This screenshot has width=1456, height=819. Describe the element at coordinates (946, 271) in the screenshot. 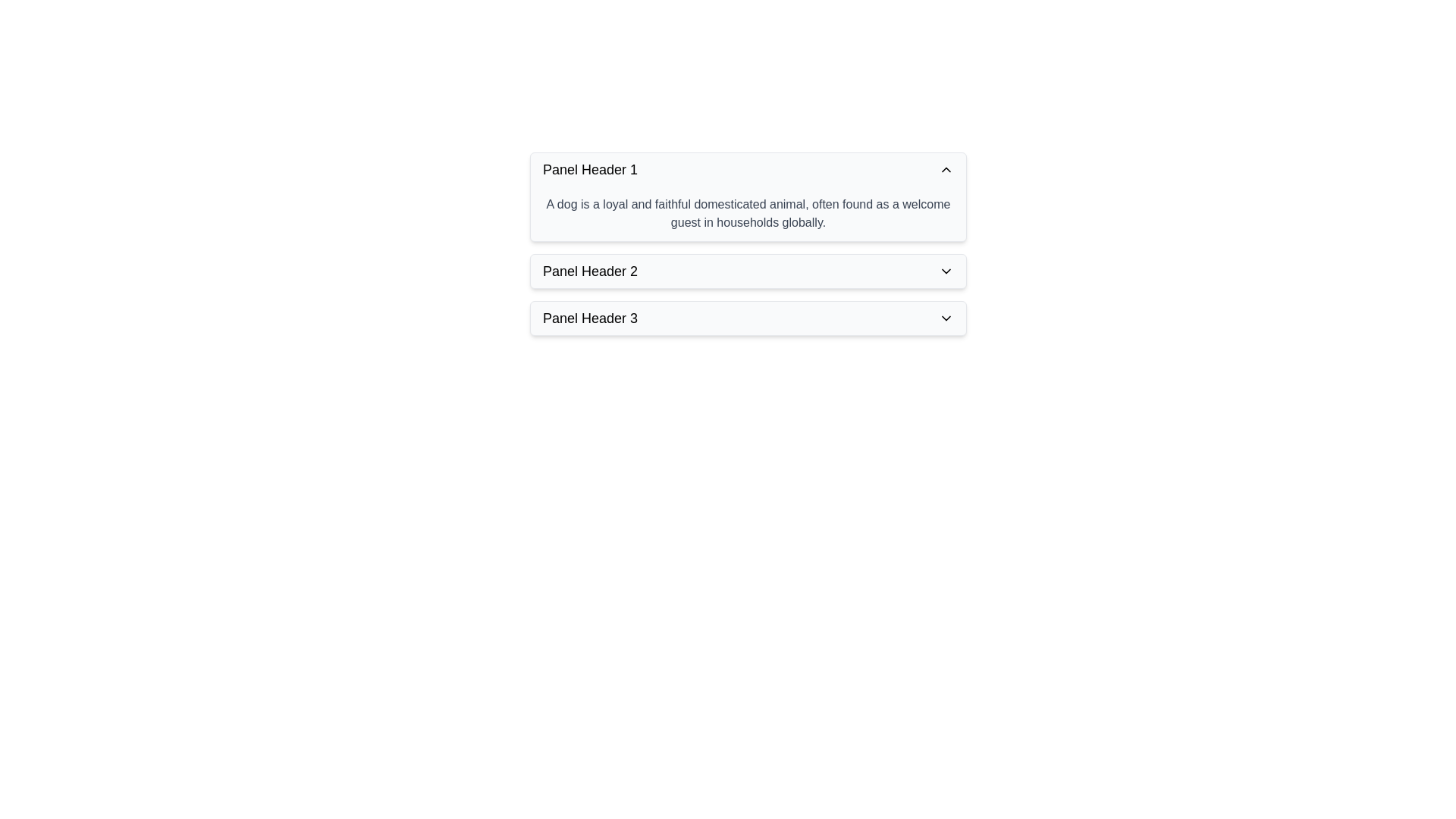

I see `the Chevron icon at the right end of 'Panel Header 2'` at that location.